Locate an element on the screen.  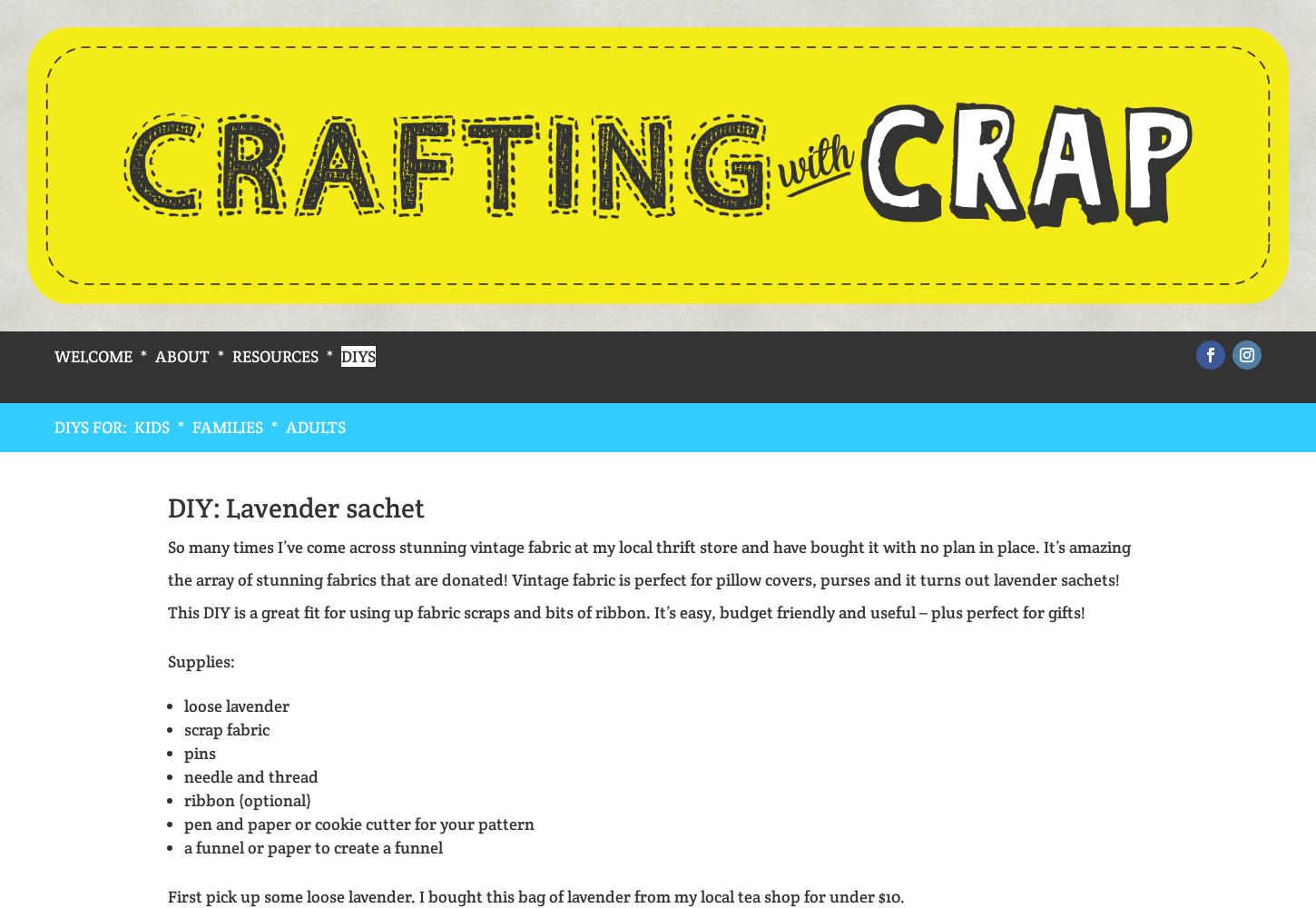
'First pick up some loose lavender. I bought this bag of lavender from my local tea shop for under $10.' is located at coordinates (536, 894).